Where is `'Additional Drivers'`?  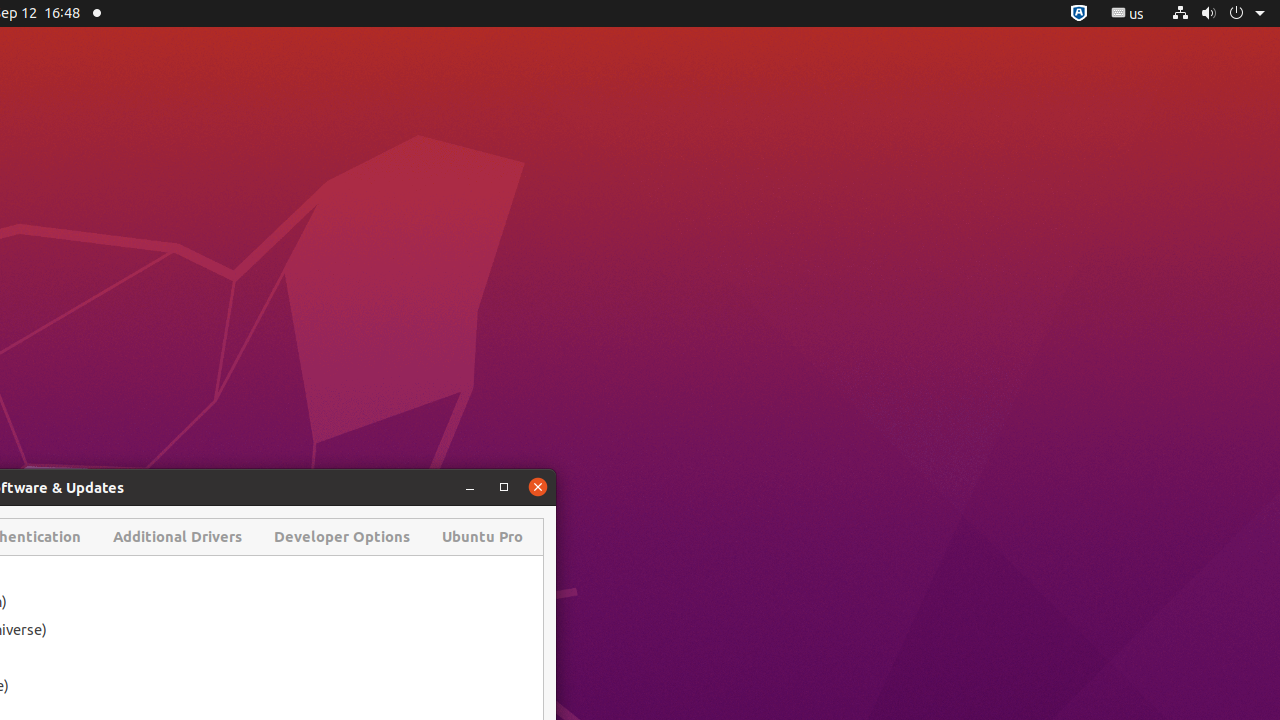 'Additional Drivers' is located at coordinates (177, 535).